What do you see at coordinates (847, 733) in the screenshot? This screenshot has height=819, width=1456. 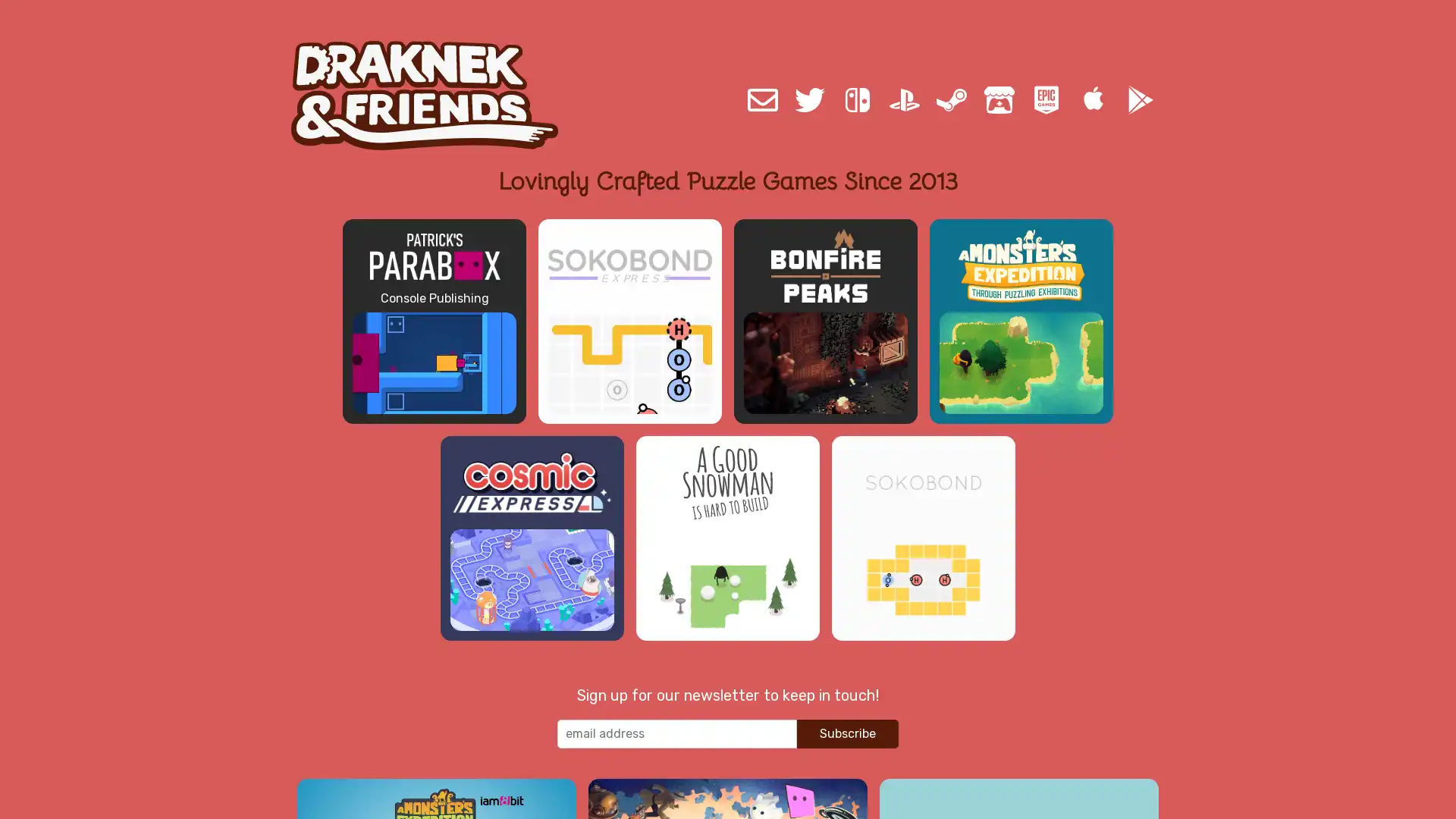 I see `Subscribe` at bounding box center [847, 733].